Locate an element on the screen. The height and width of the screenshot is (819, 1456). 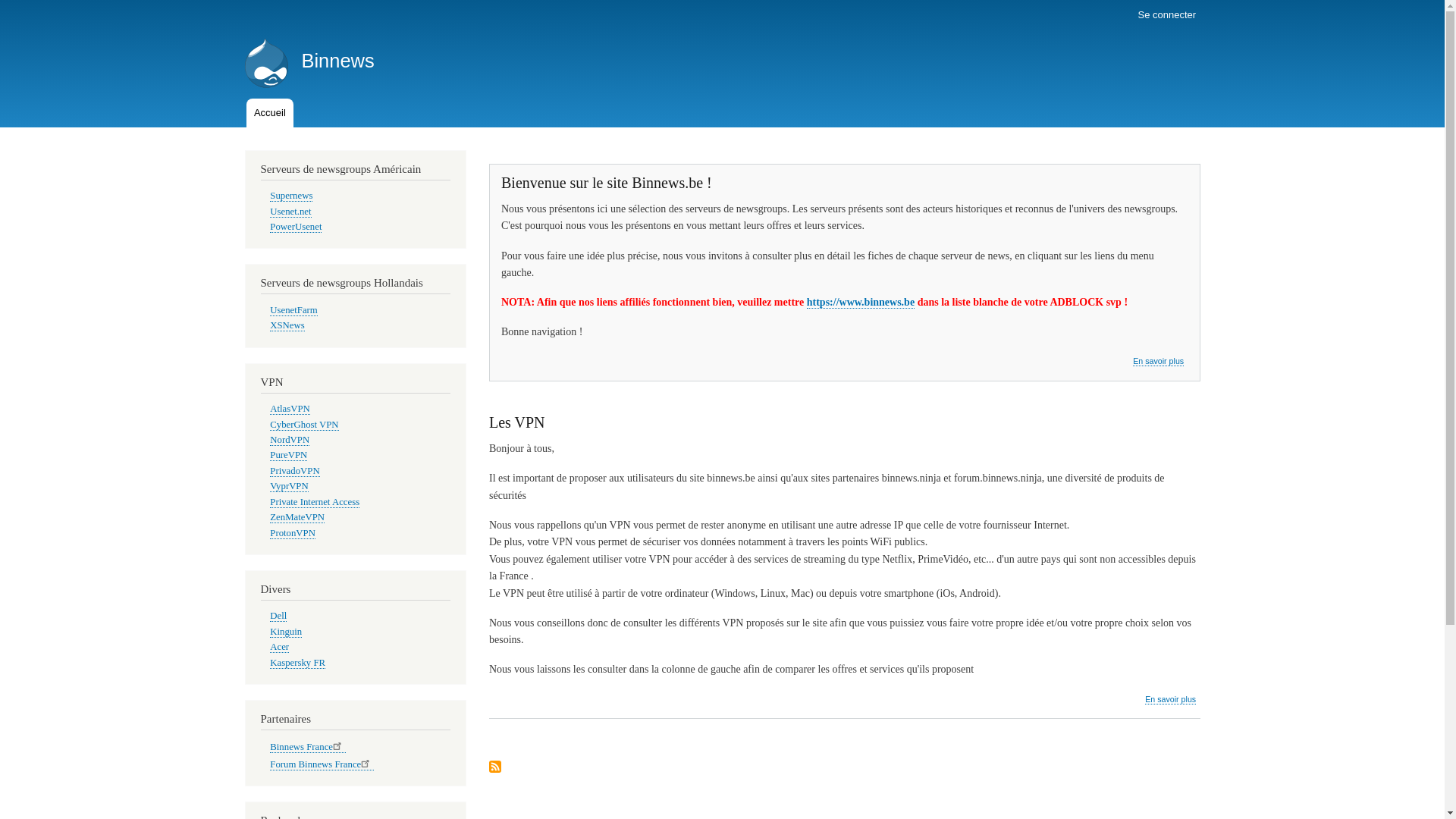
'PrivadoVPN' is located at coordinates (294, 470).